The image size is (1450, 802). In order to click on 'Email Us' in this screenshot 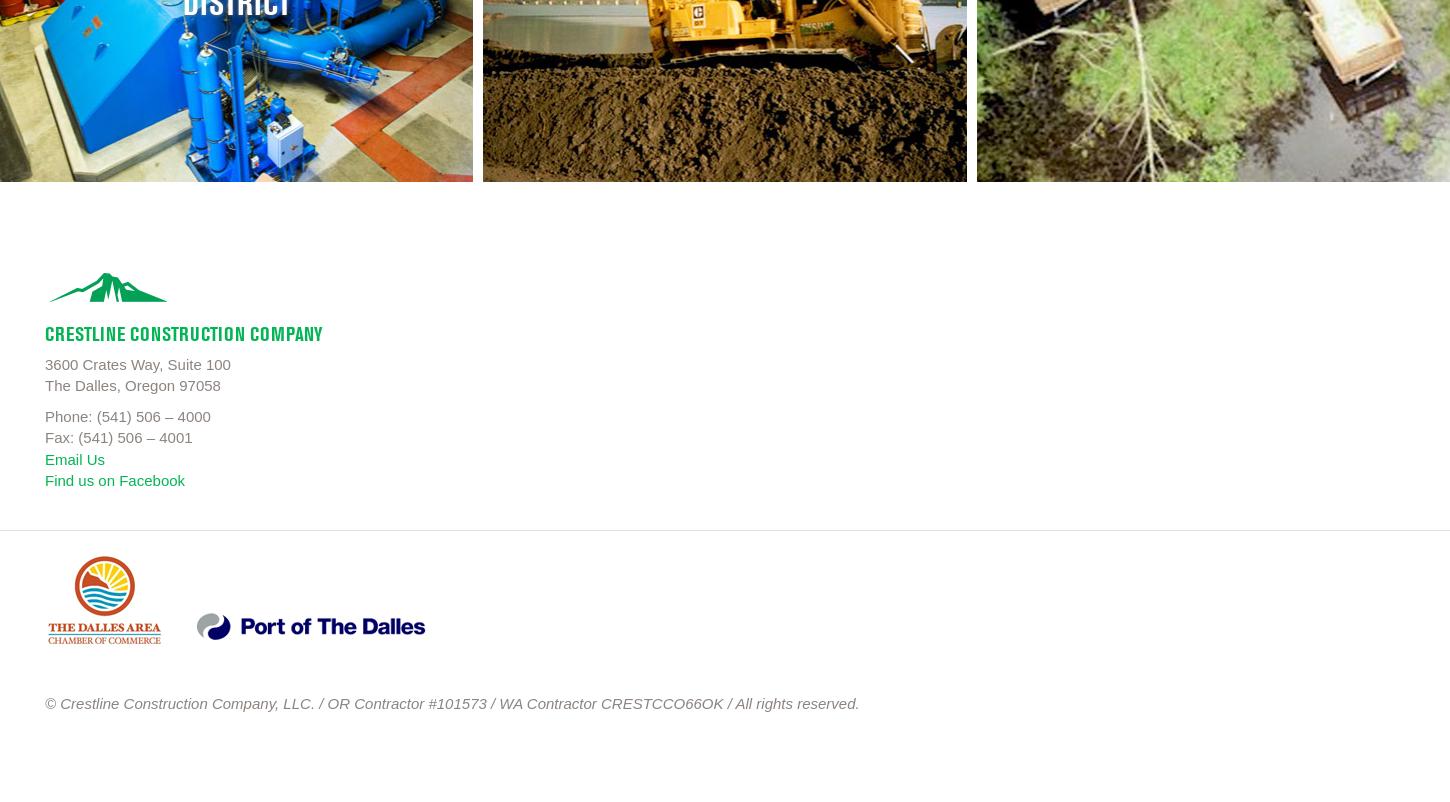, I will do `click(74, 457)`.